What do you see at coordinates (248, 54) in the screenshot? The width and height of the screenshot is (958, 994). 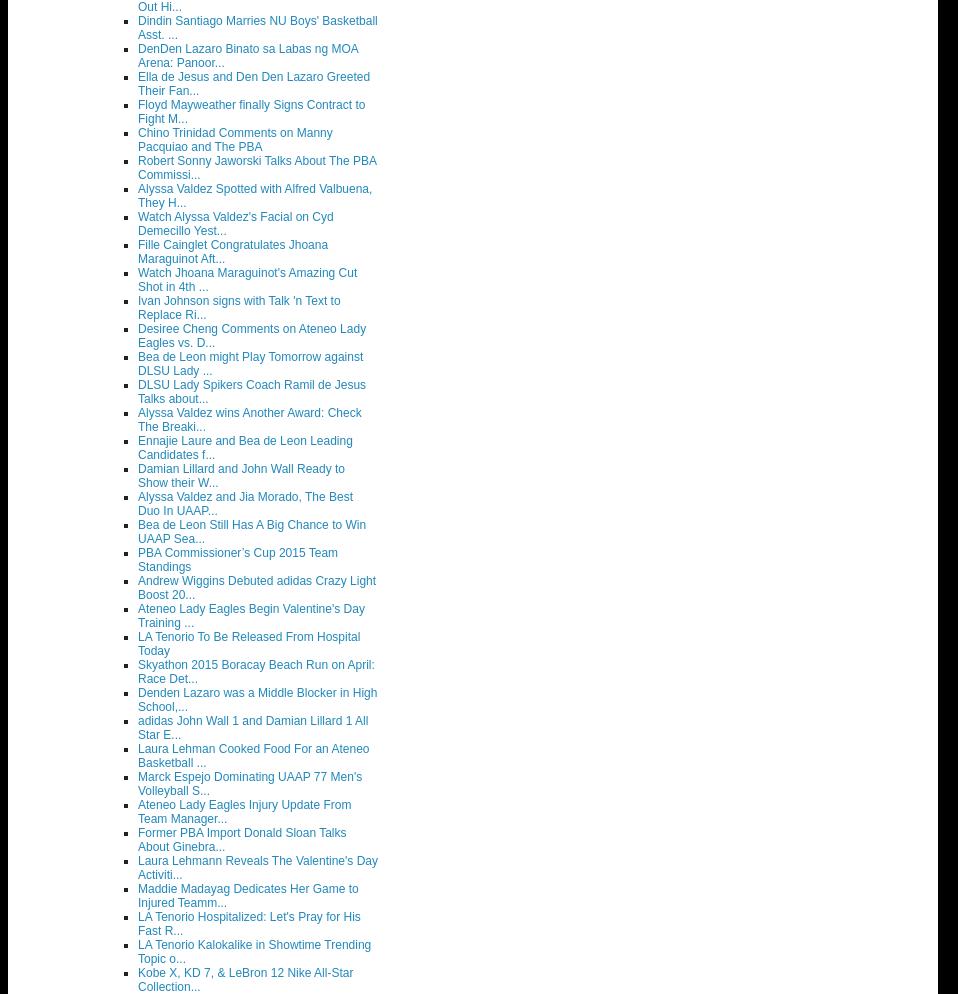 I see `'DenDen Lazaro Binato sa Labas ng MOA Arena: Panoor...'` at bounding box center [248, 54].